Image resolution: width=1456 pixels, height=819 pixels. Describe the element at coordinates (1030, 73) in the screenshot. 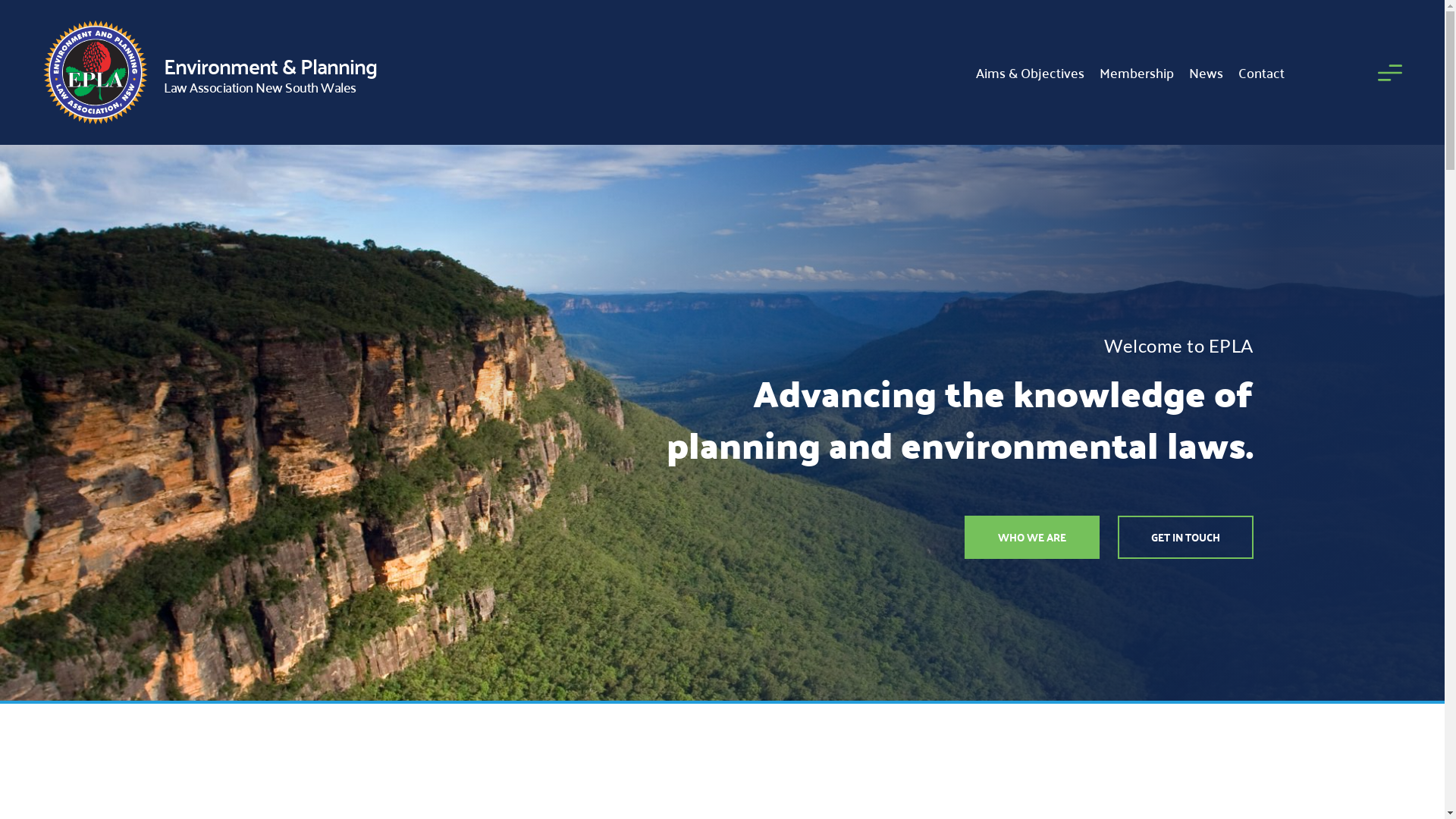

I see `'Aims & Objectives'` at that location.